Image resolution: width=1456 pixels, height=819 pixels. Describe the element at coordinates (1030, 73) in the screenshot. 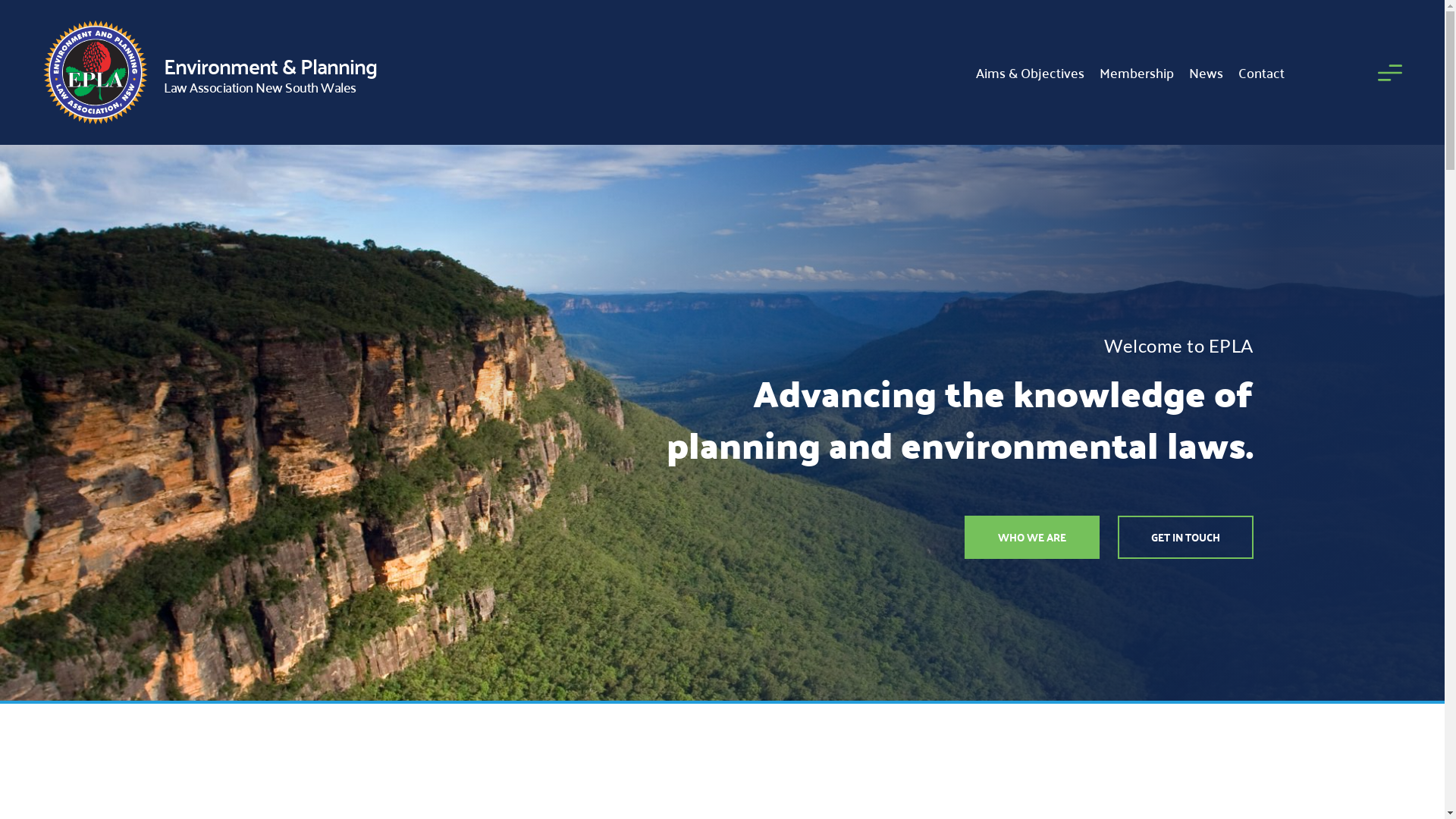

I see `'Aims & Objectives'` at that location.